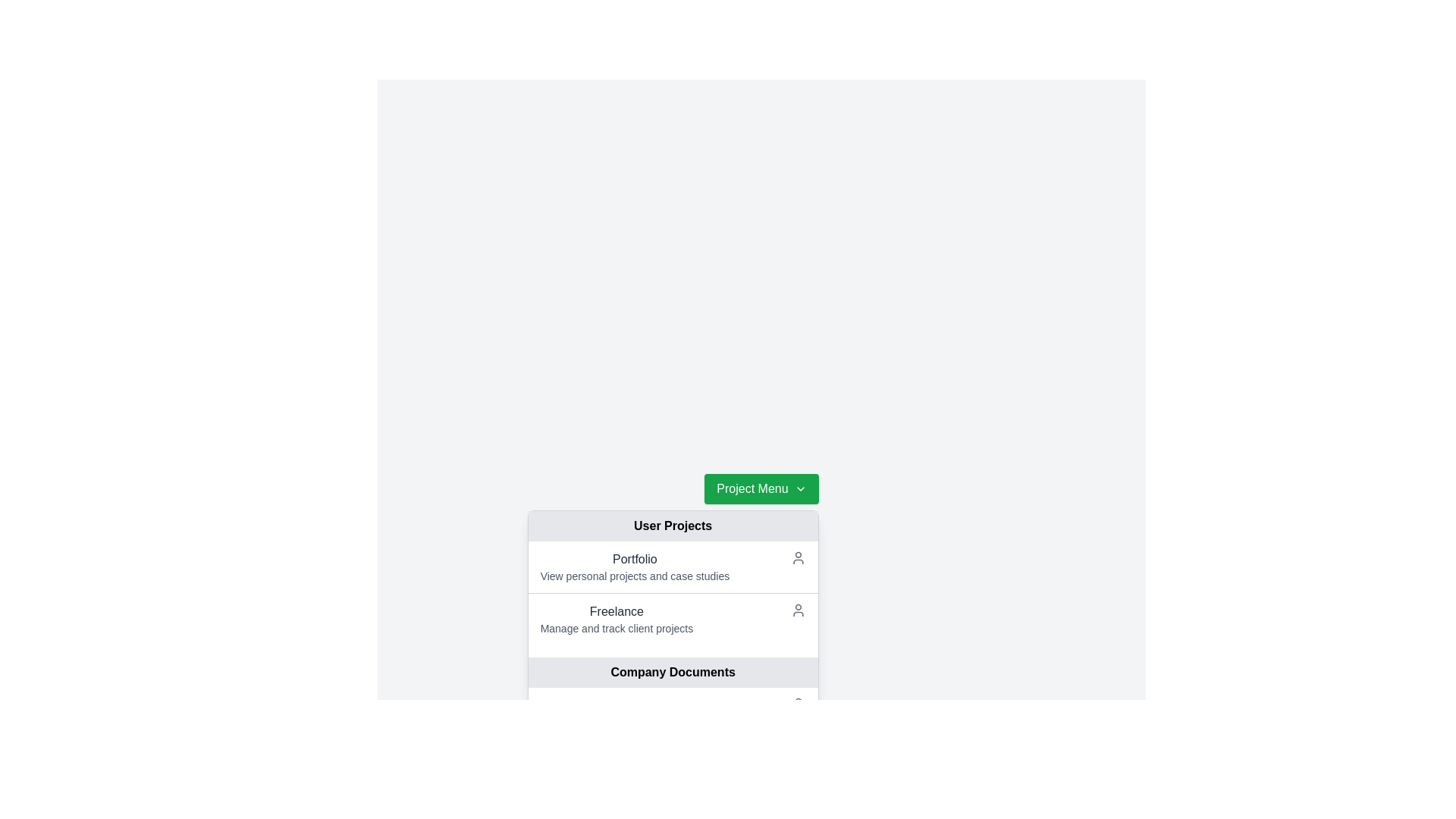  Describe the element at coordinates (635, 559) in the screenshot. I see `the text label that serves as the title for the menu item in the 'User Projects' group to interact with this item` at that location.